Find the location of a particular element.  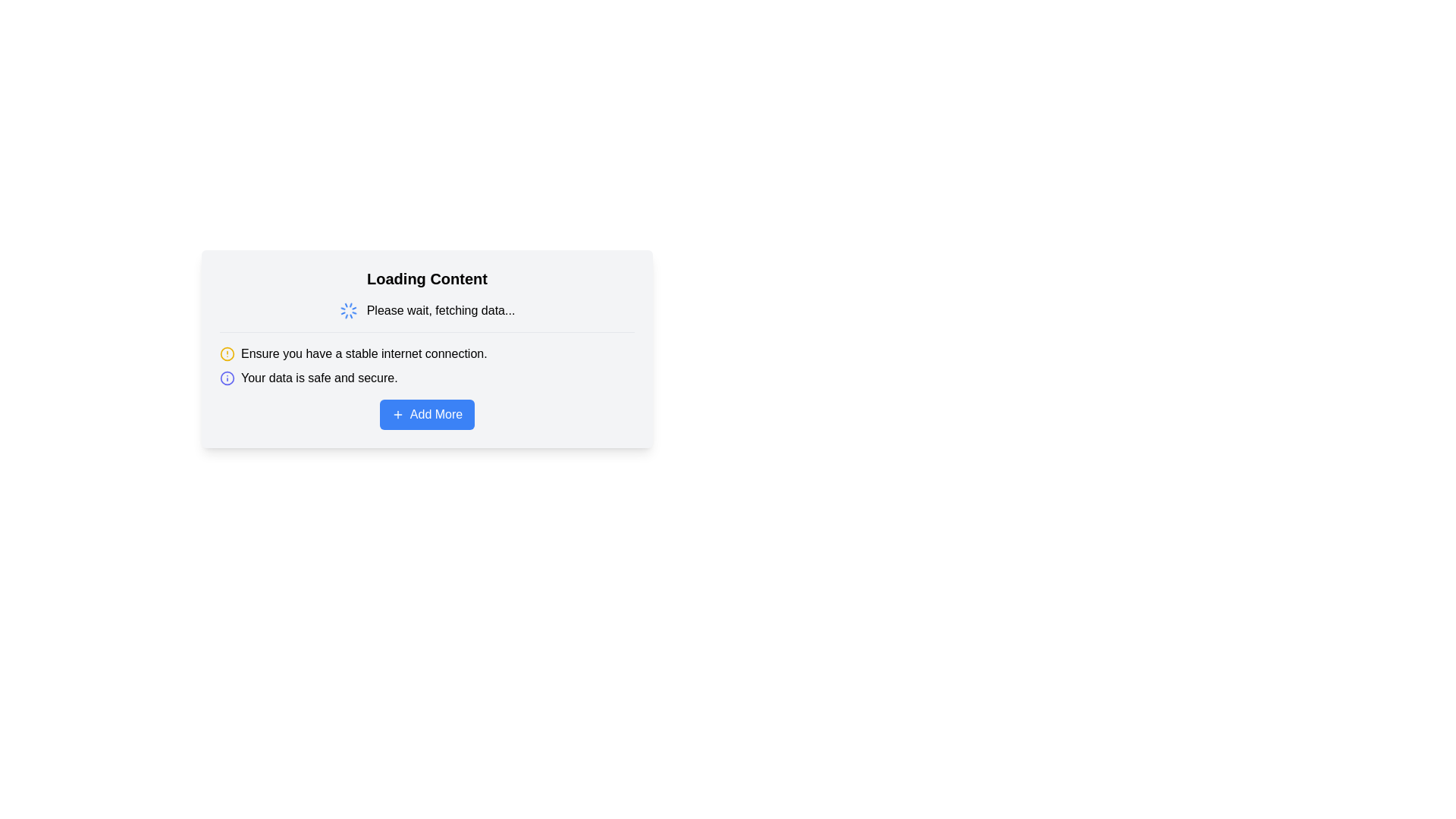

the informational warning text label reminding users of the need for a stable internet connection, located below the 'Loading Content' header and above the 'Your data is safe and secure.' message is located at coordinates (364, 353).